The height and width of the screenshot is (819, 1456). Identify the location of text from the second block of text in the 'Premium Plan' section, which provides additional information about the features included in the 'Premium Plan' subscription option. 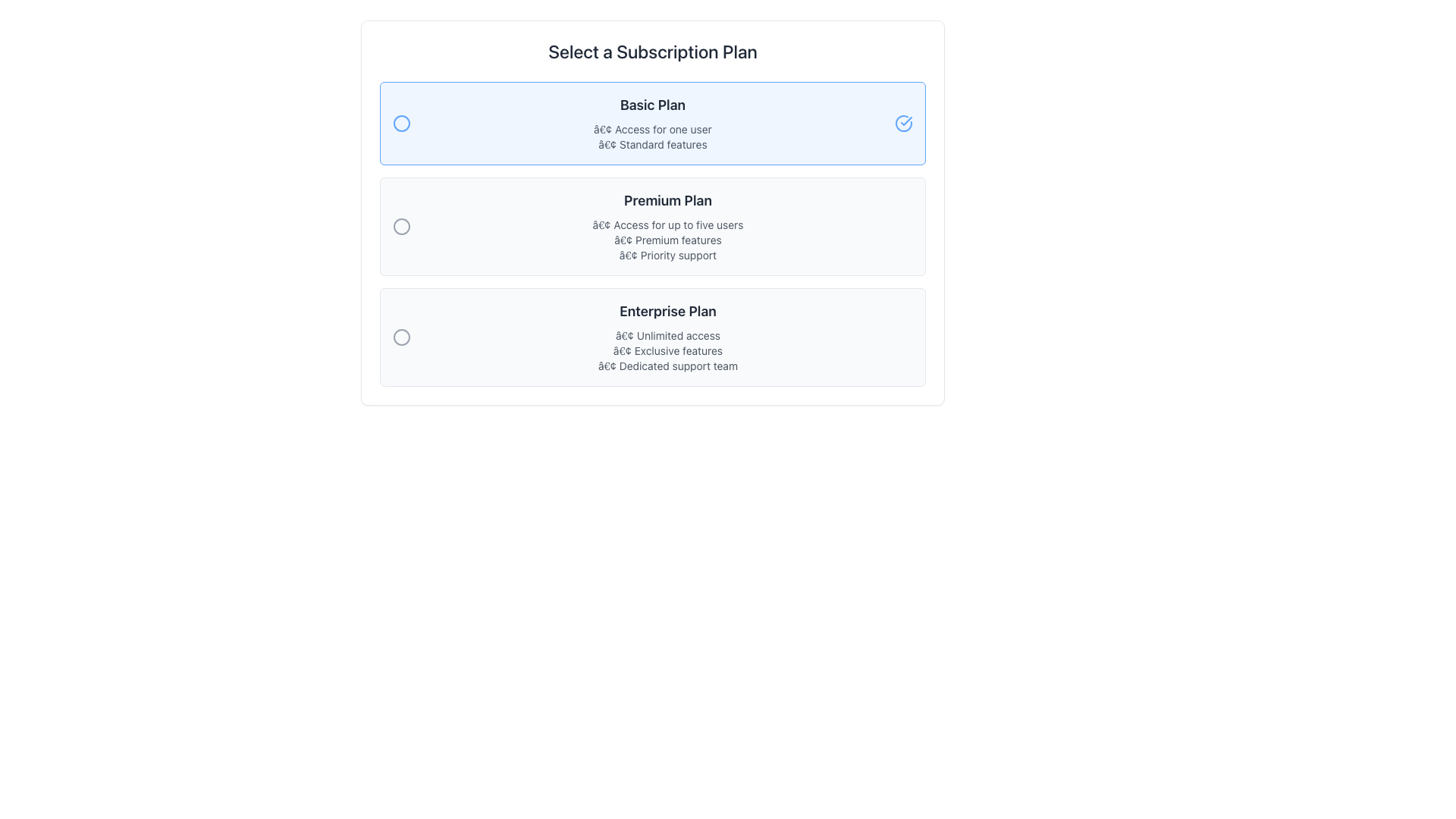
(667, 239).